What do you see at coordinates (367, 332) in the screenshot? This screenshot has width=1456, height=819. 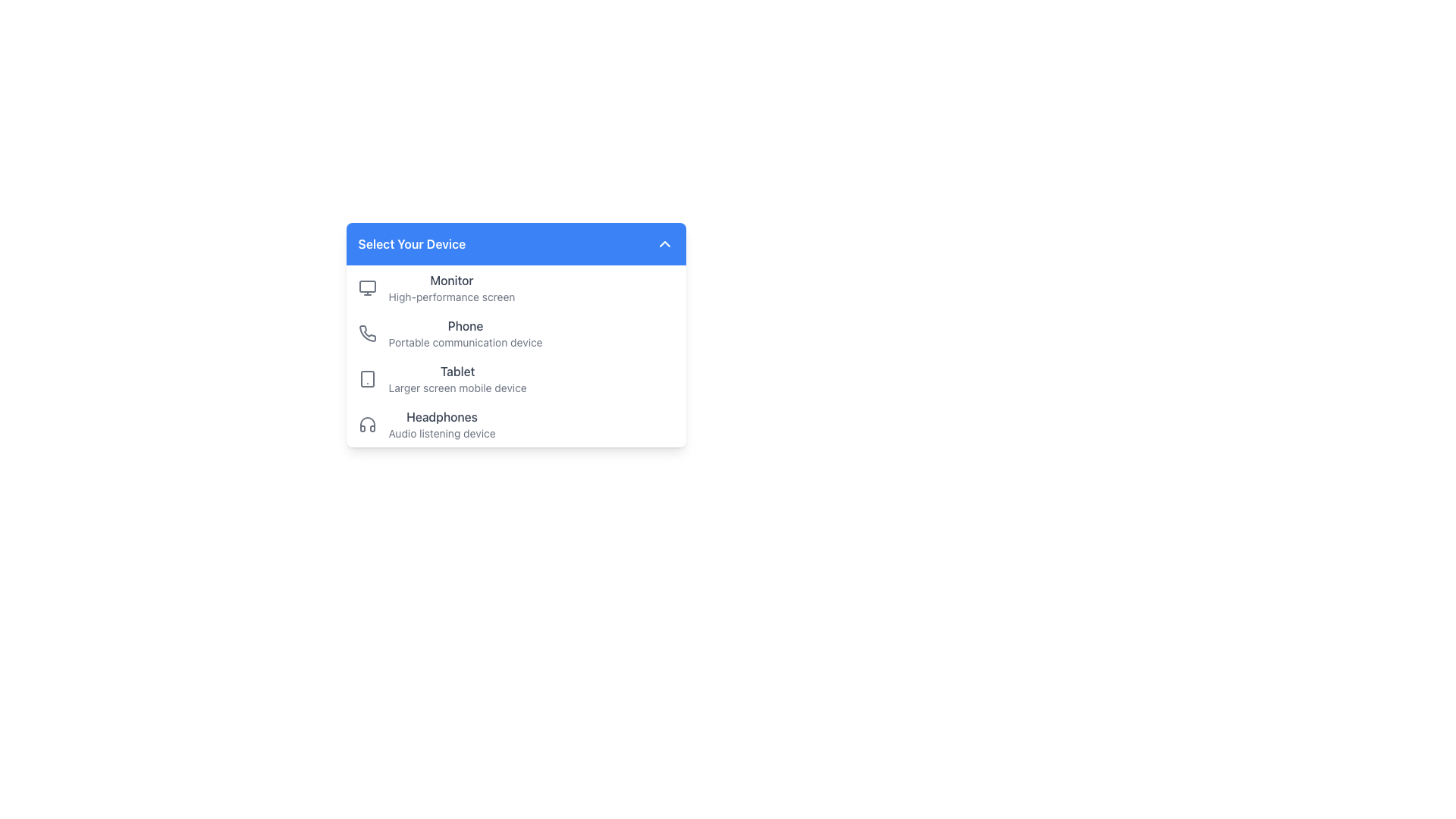 I see `the stylized gray phone receiver icon in the 'Select Your Device' section, which is the second option under 'Phone'` at bounding box center [367, 332].